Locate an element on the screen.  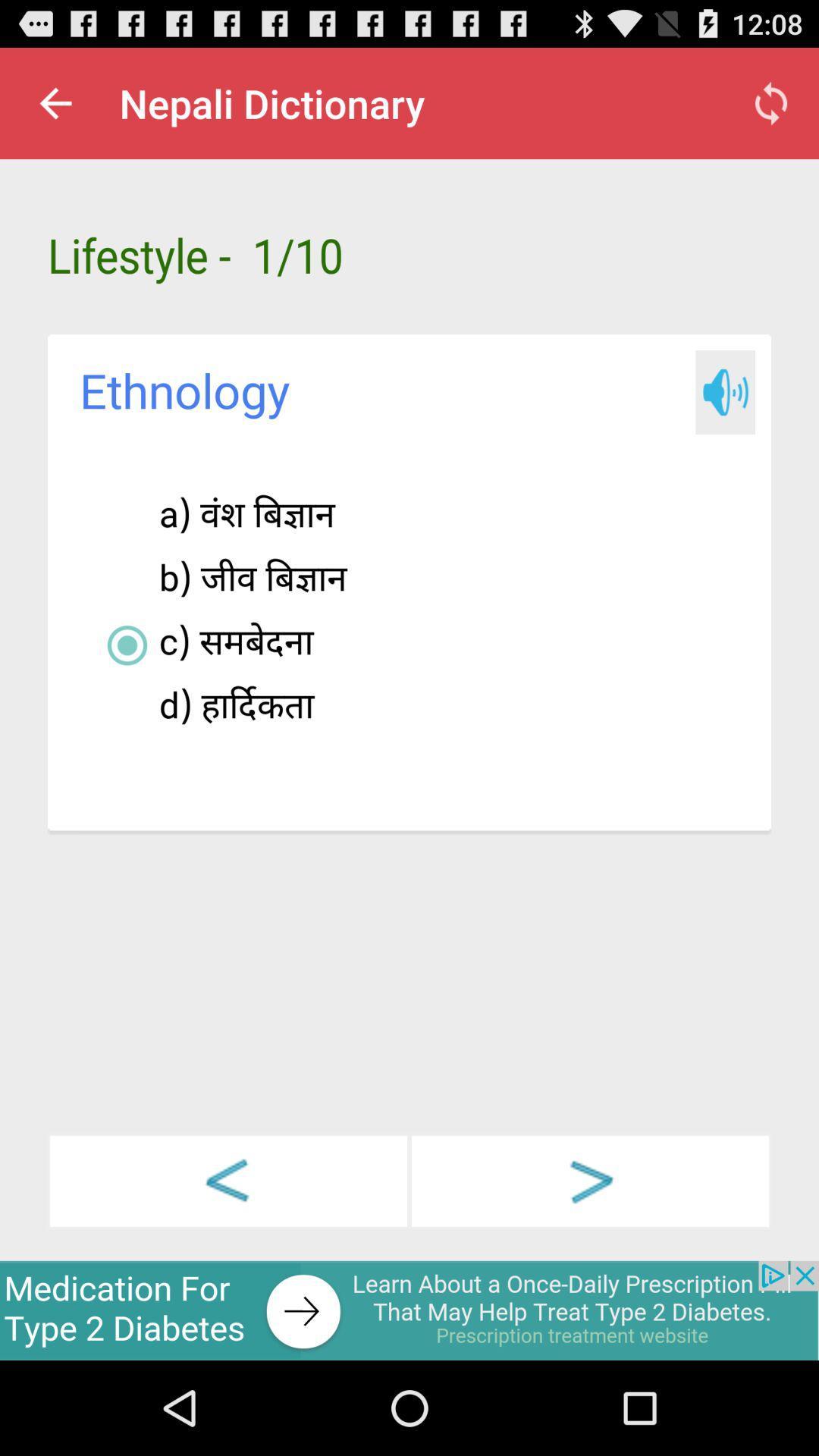
the arrow_forward icon is located at coordinates (589, 1264).